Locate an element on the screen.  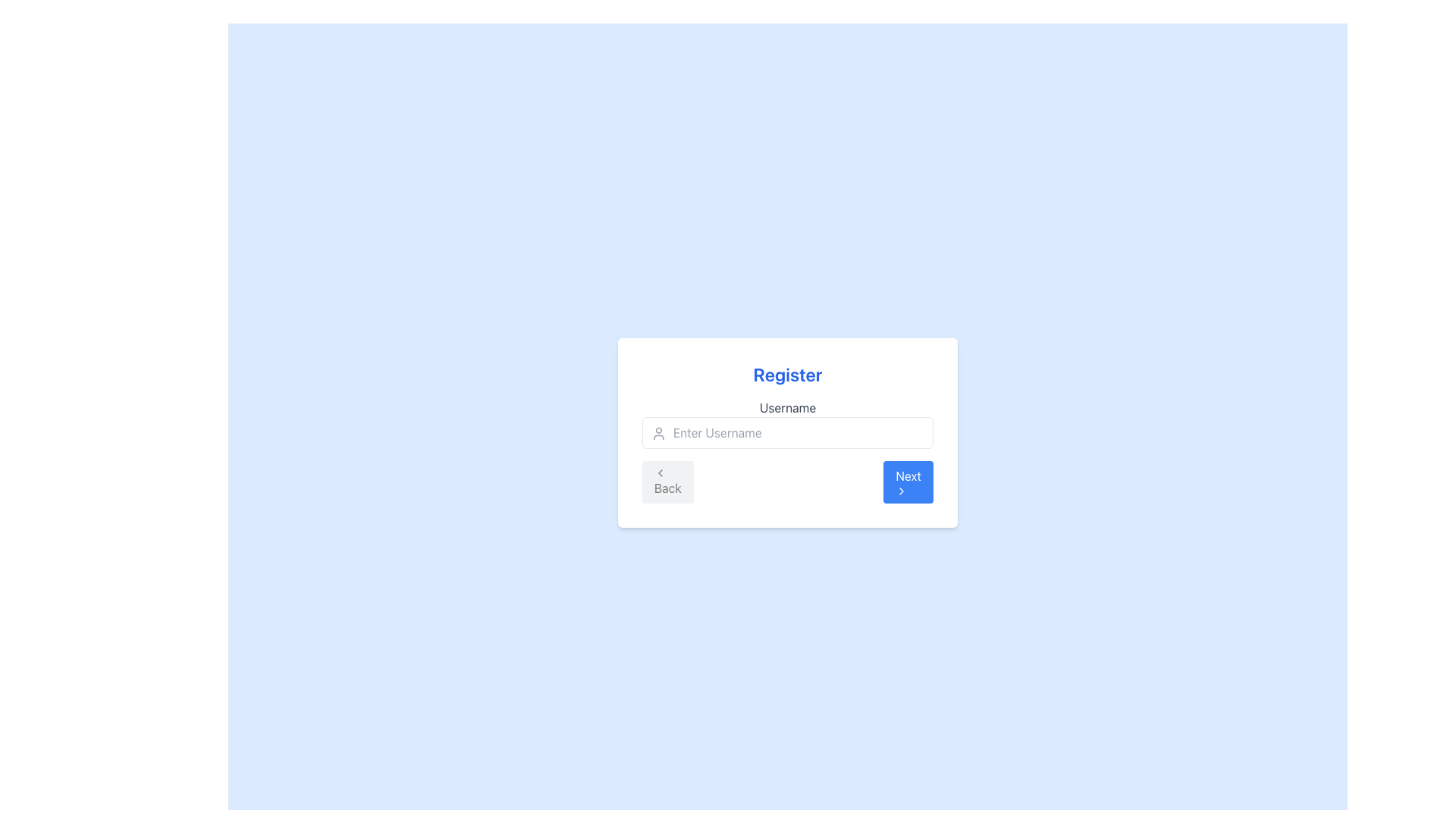
the 'Next' button that contains the rightward-facing chevron icon located in the bottom-right corner of the registration dialog is located at coordinates (902, 491).